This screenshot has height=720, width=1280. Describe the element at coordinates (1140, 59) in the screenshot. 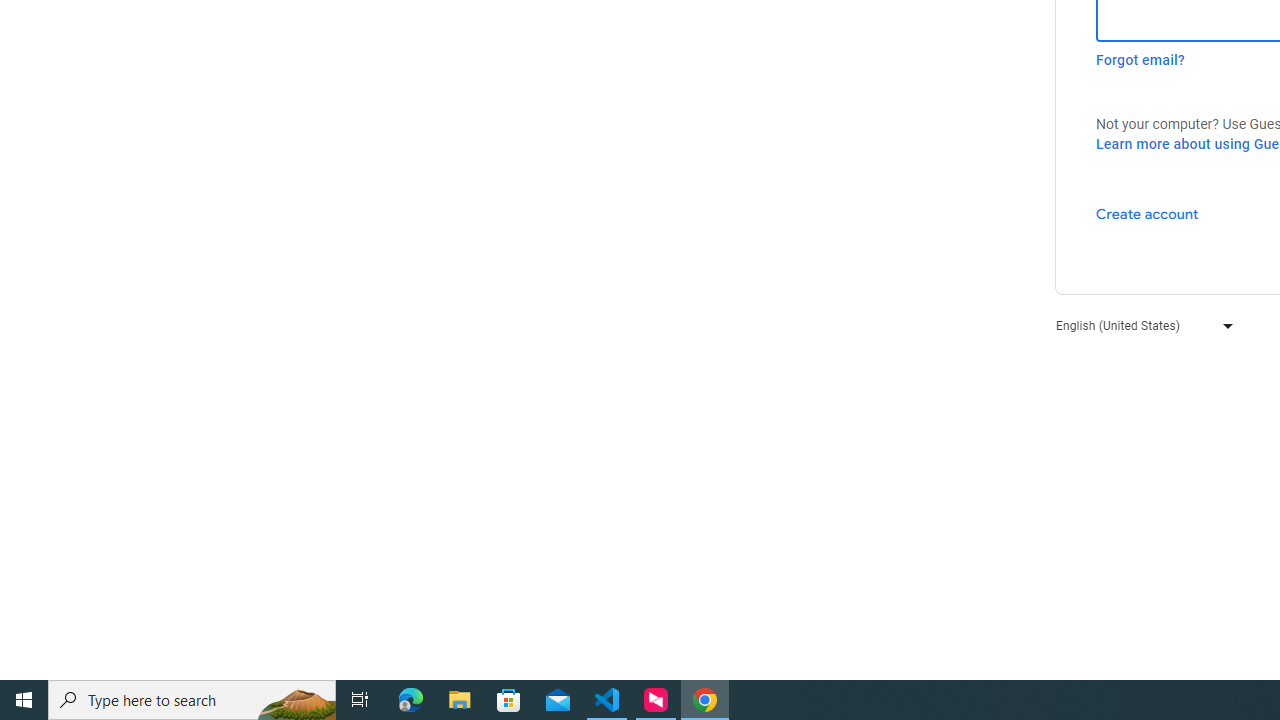

I see `'Forgot email?'` at that location.